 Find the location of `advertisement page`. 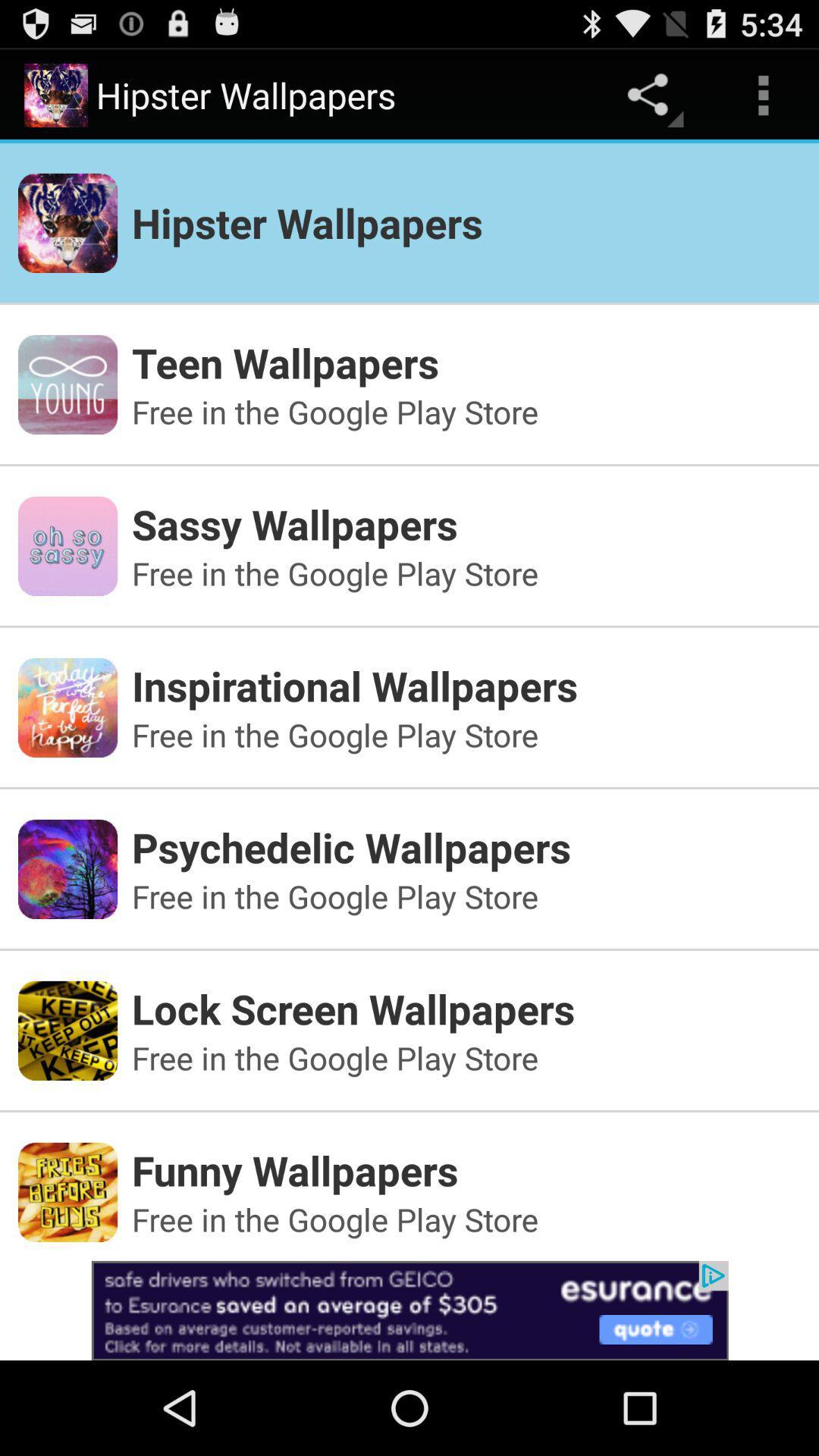

advertisement page is located at coordinates (409, 1310).